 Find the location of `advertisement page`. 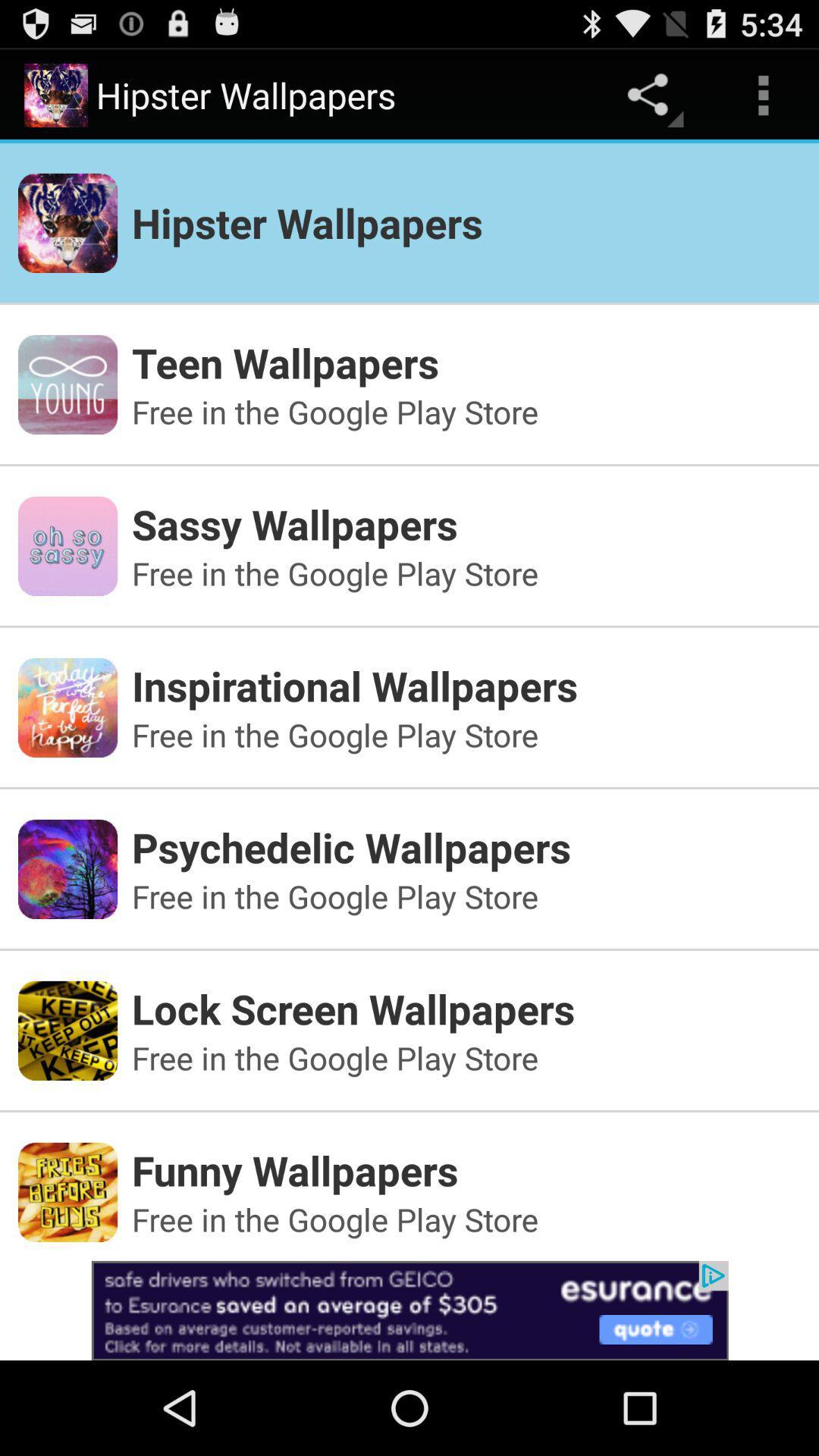

advertisement page is located at coordinates (409, 1310).